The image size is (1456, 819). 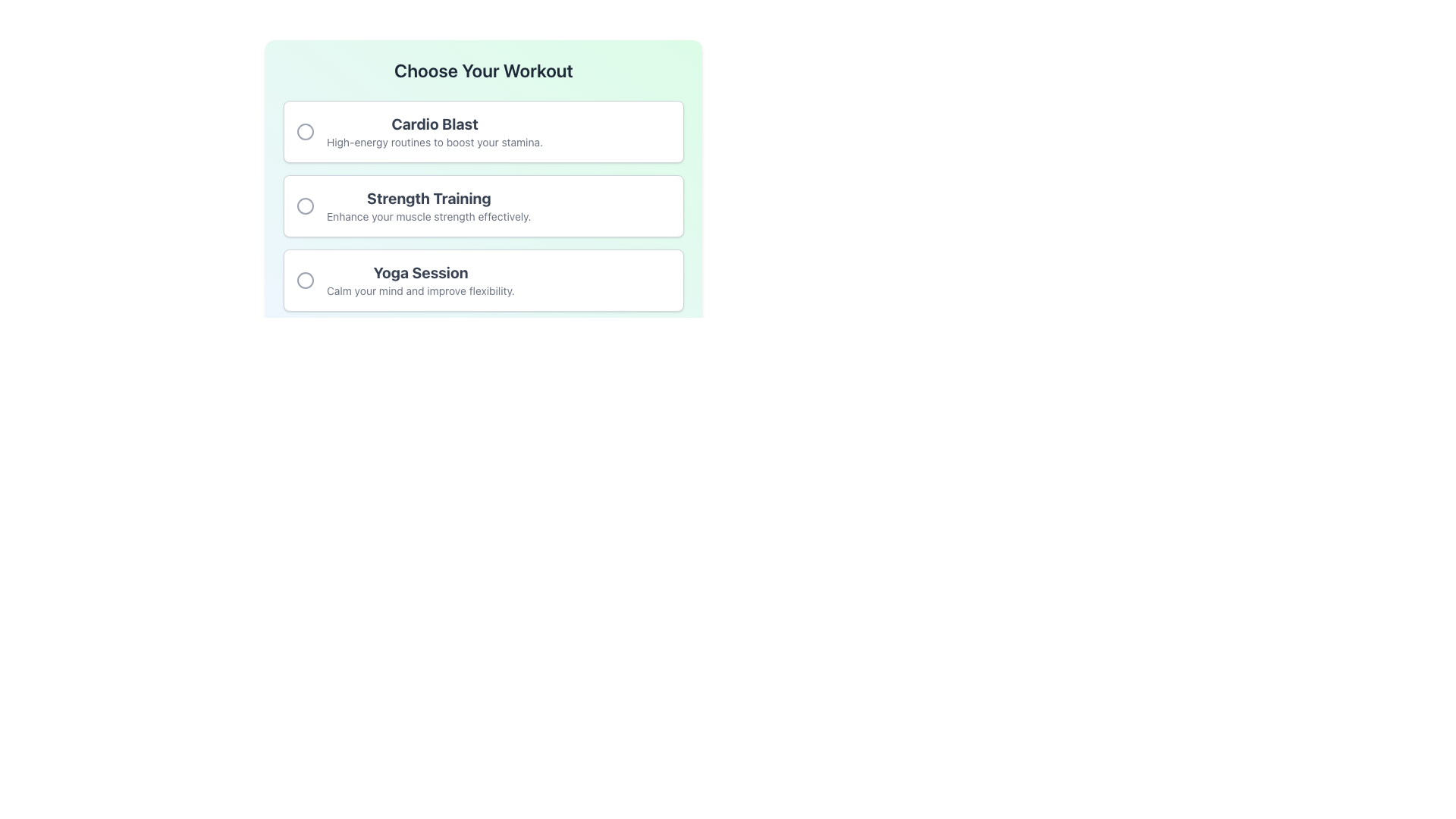 What do you see at coordinates (483, 130) in the screenshot?
I see `the 'Cardio Blast' selectable card` at bounding box center [483, 130].